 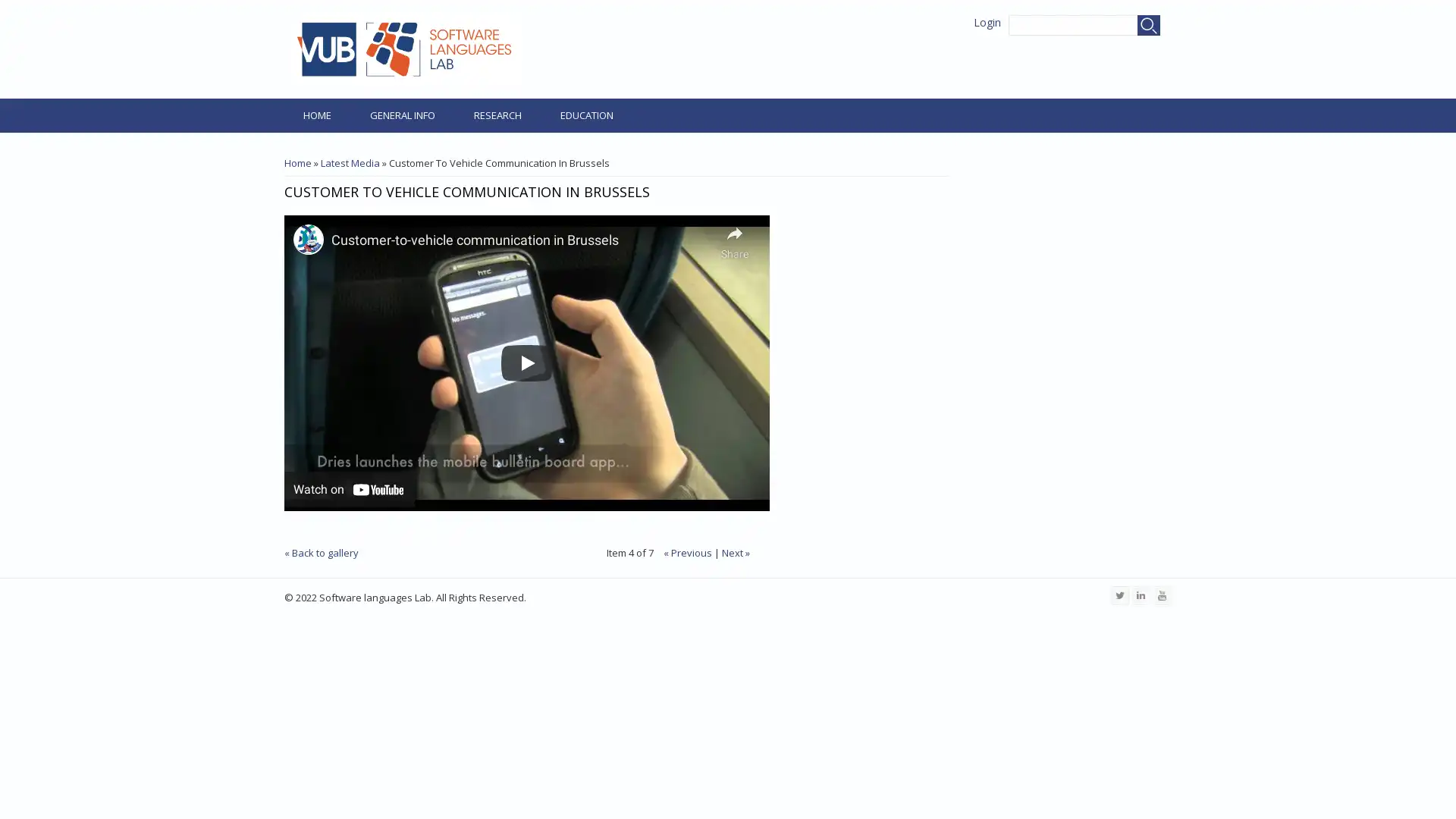 What do you see at coordinates (1149, 25) in the screenshot?
I see `Search` at bounding box center [1149, 25].